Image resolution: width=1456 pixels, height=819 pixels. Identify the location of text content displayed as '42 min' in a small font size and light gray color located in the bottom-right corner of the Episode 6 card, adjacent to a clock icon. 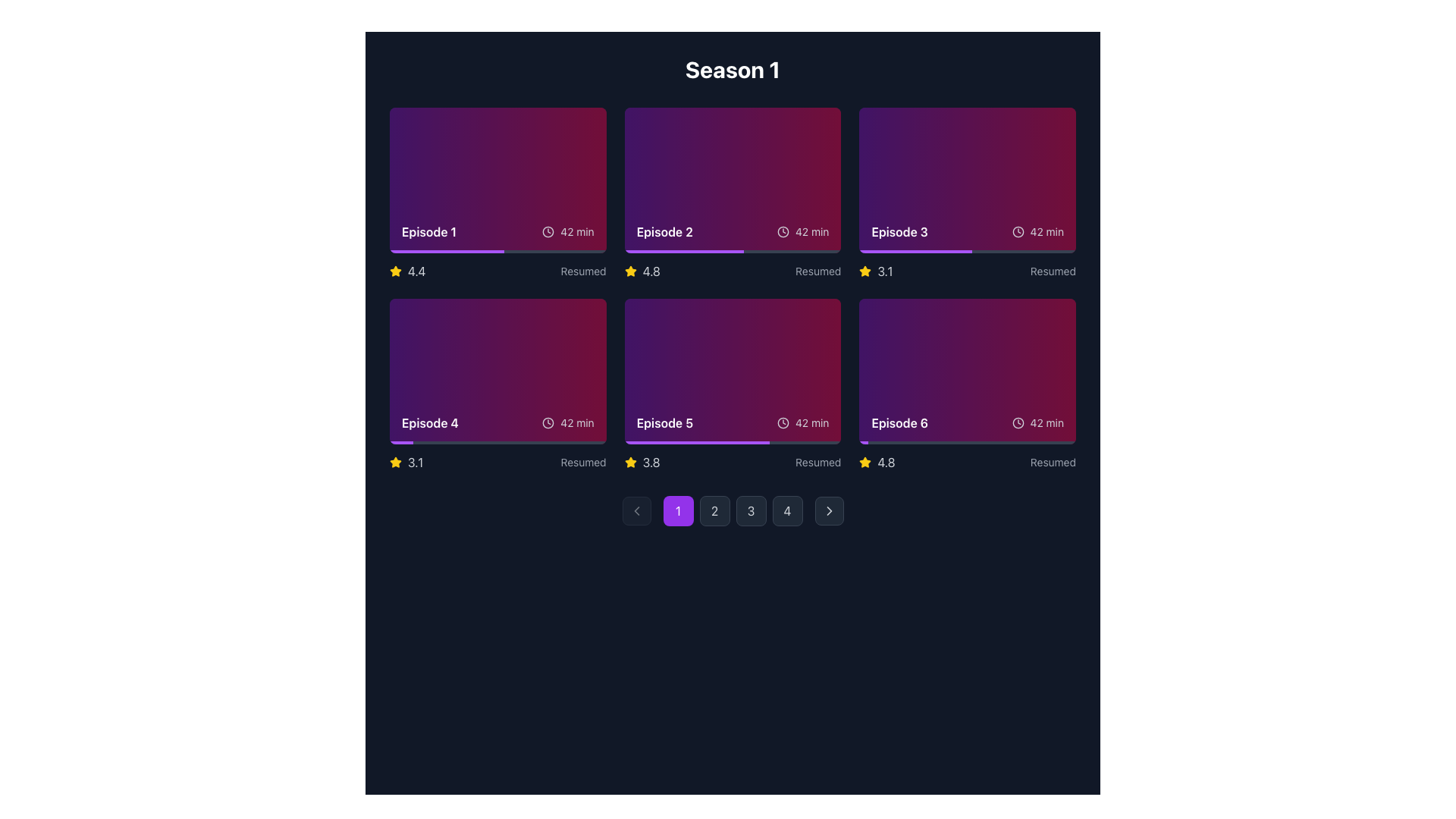
(1046, 423).